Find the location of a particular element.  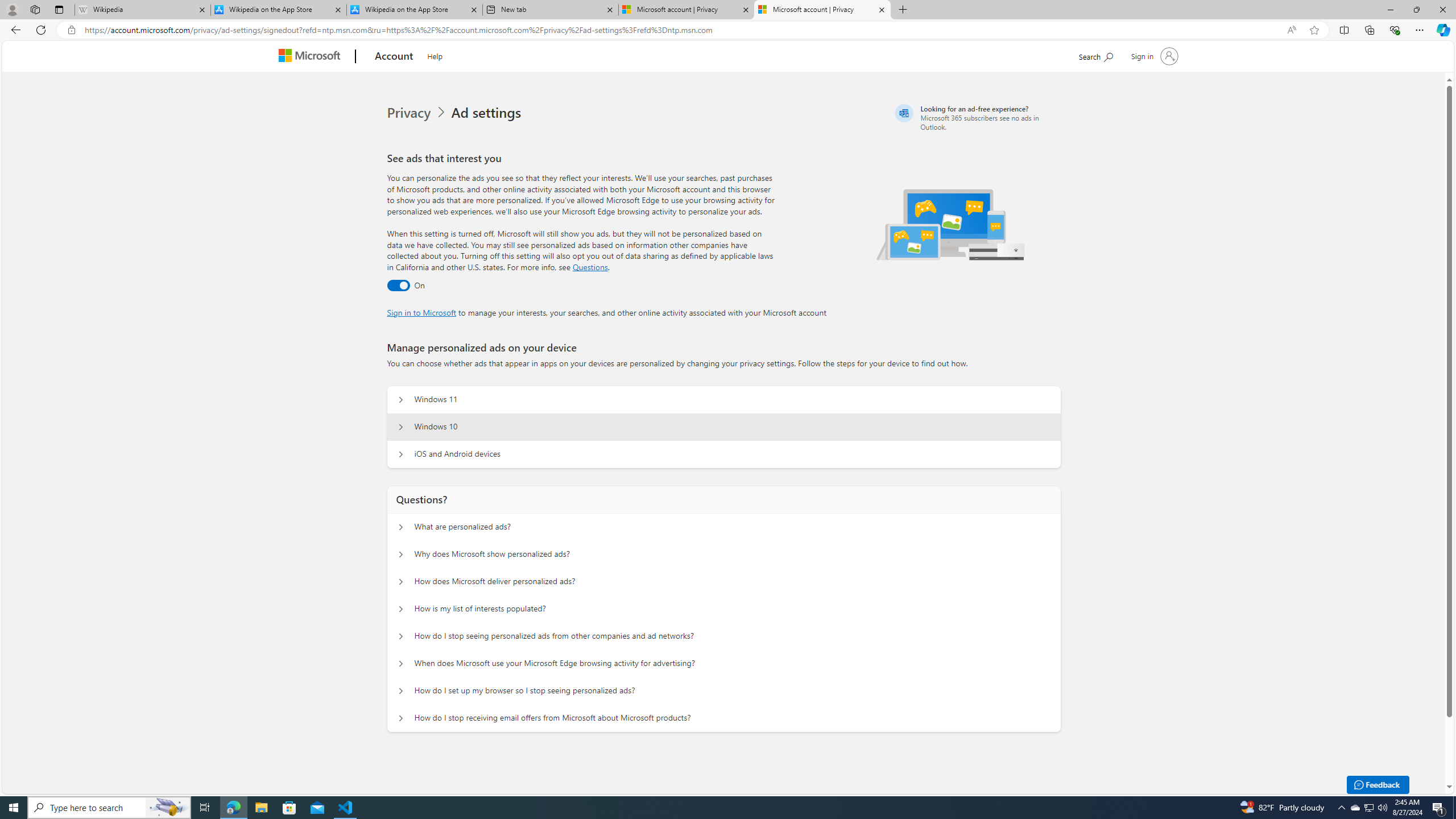

'Sign in to Microsoft' is located at coordinates (421, 311).